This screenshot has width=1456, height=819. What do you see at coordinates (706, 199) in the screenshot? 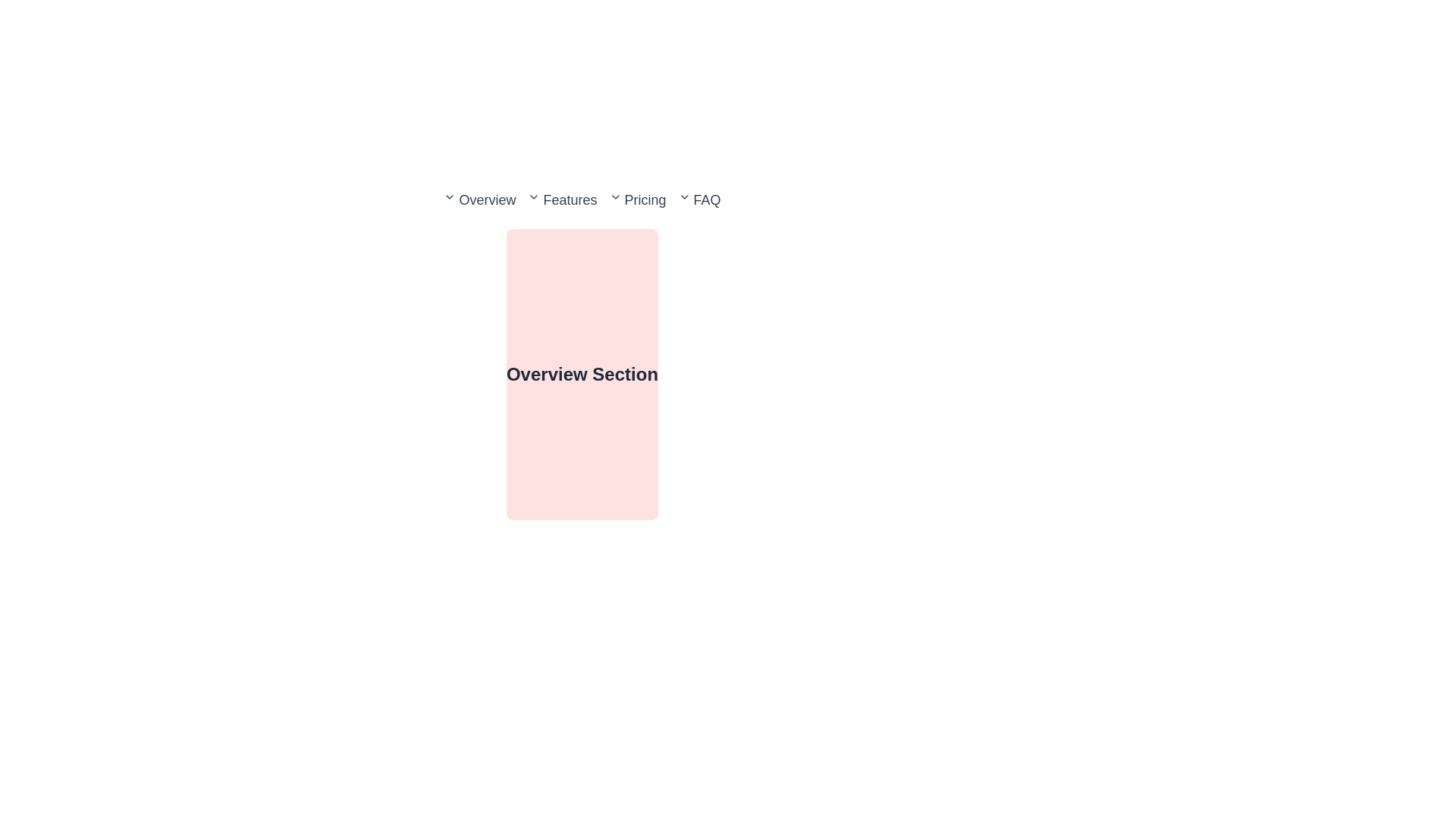
I see `the rightmost text label that serves as a link` at bounding box center [706, 199].